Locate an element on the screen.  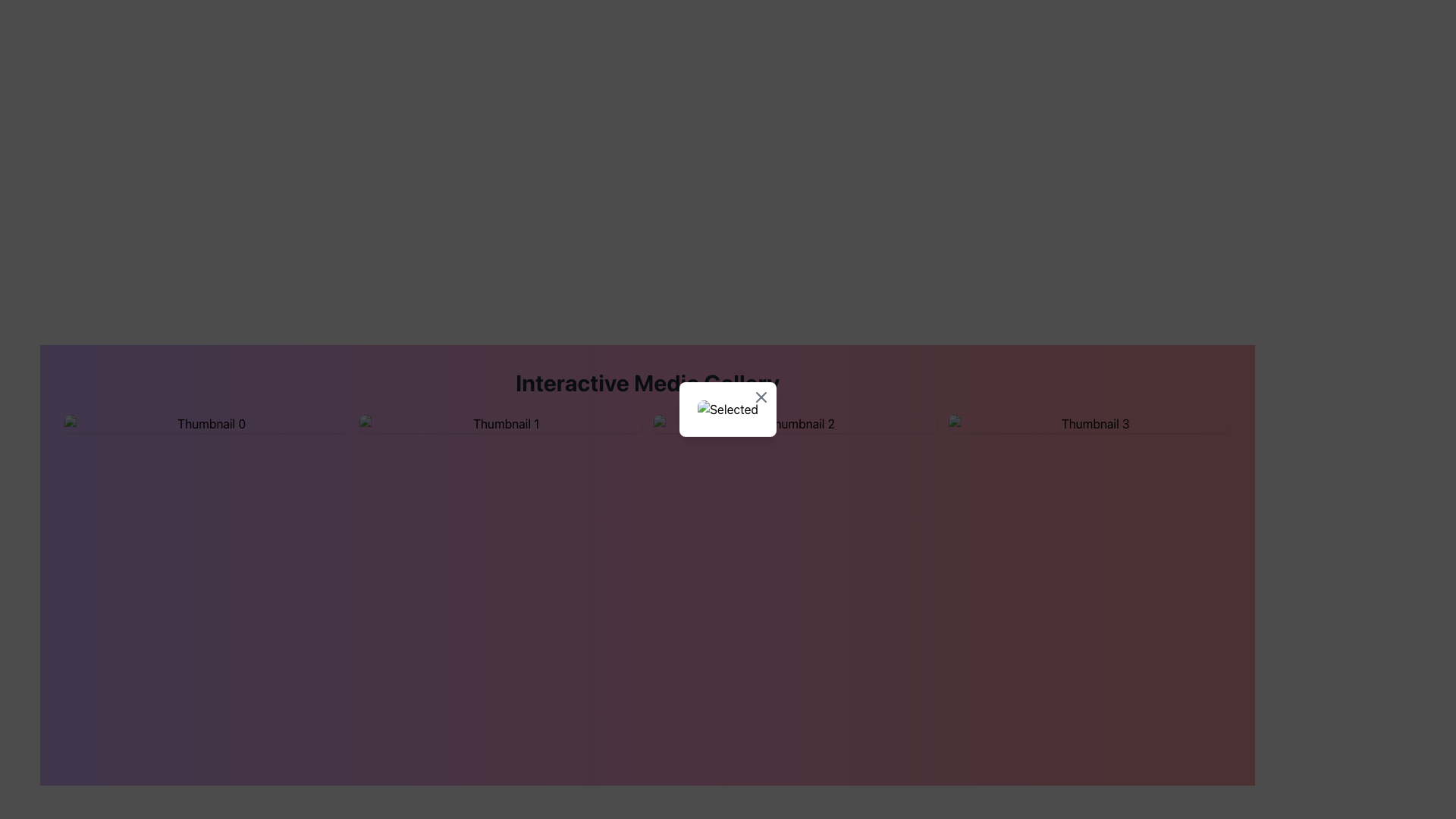
the close button icon located at the top-right of the 'Selected' popup modal is located at coordinates (761, 397).